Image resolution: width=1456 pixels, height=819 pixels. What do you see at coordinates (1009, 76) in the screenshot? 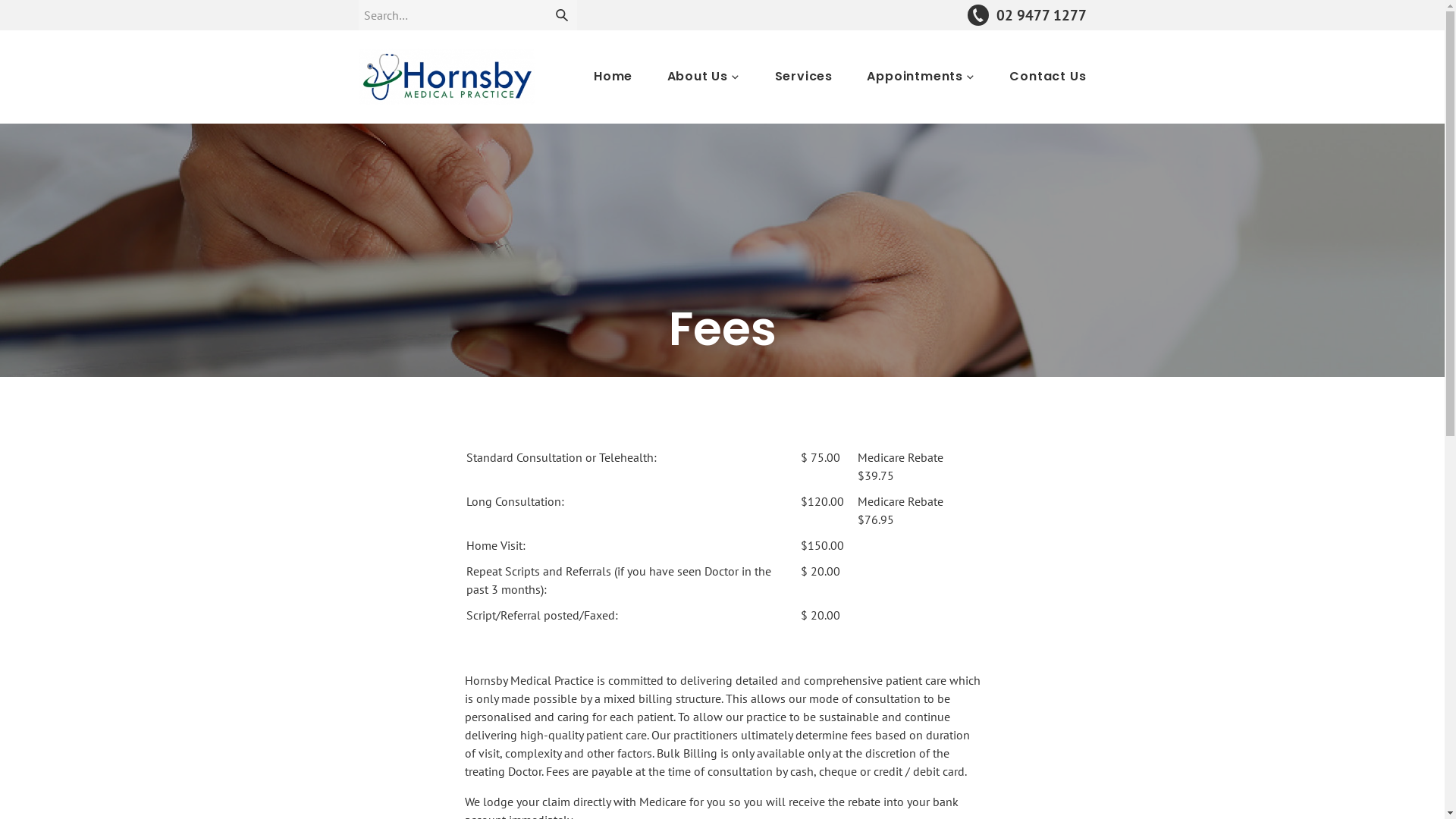
I see `'Contact Us'` at bounding box center [1009, 76].